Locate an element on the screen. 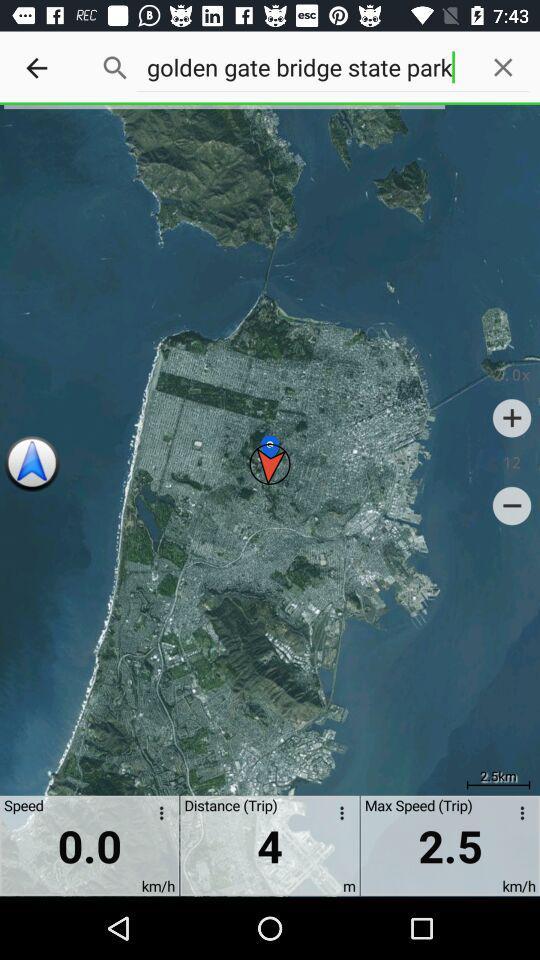 The height and width of the screenshot is (960, 540). the add icon is located at coordinates (512, 417).